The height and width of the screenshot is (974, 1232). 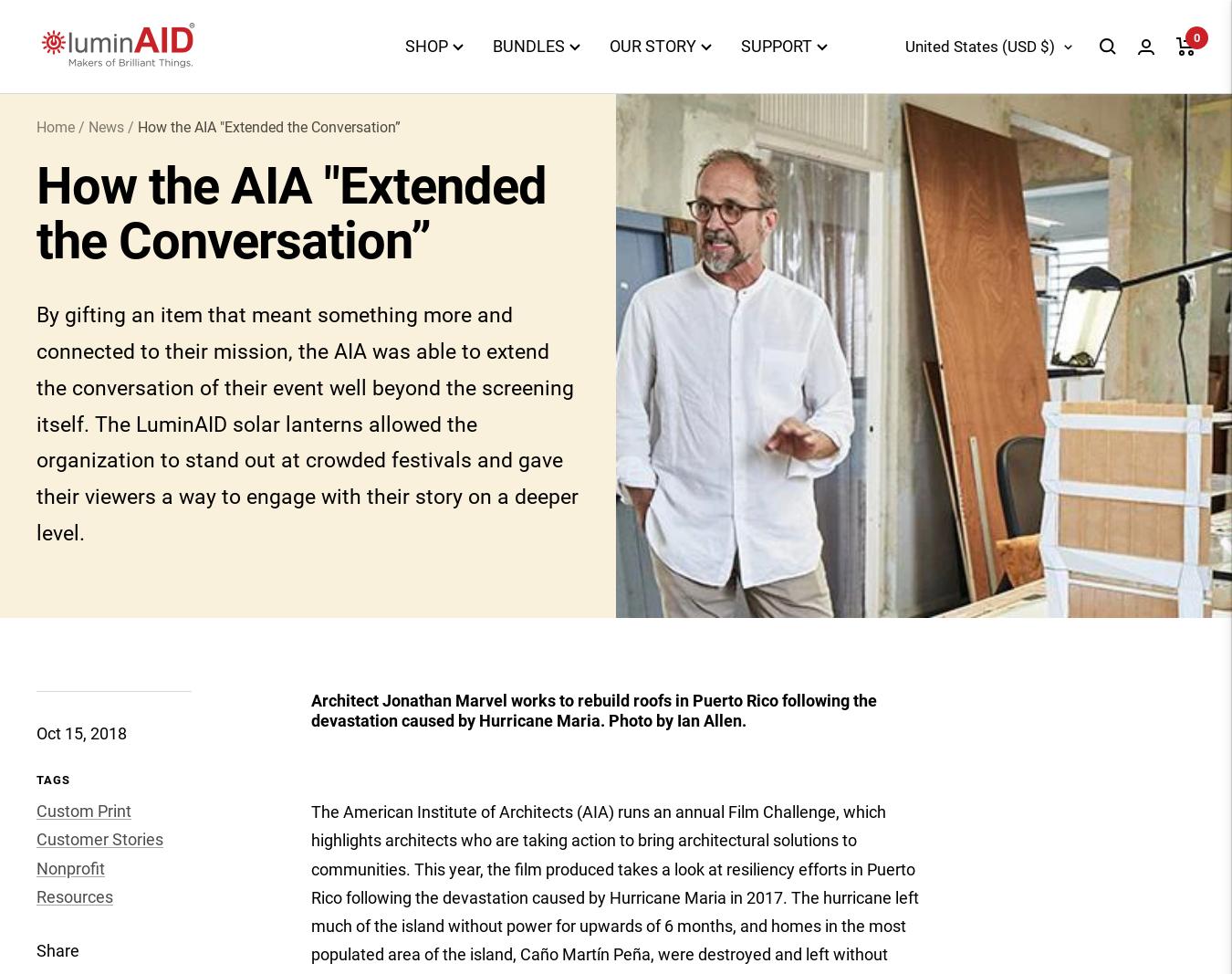 I want to click on 'BUNDLES', so click(x=527, y=45).